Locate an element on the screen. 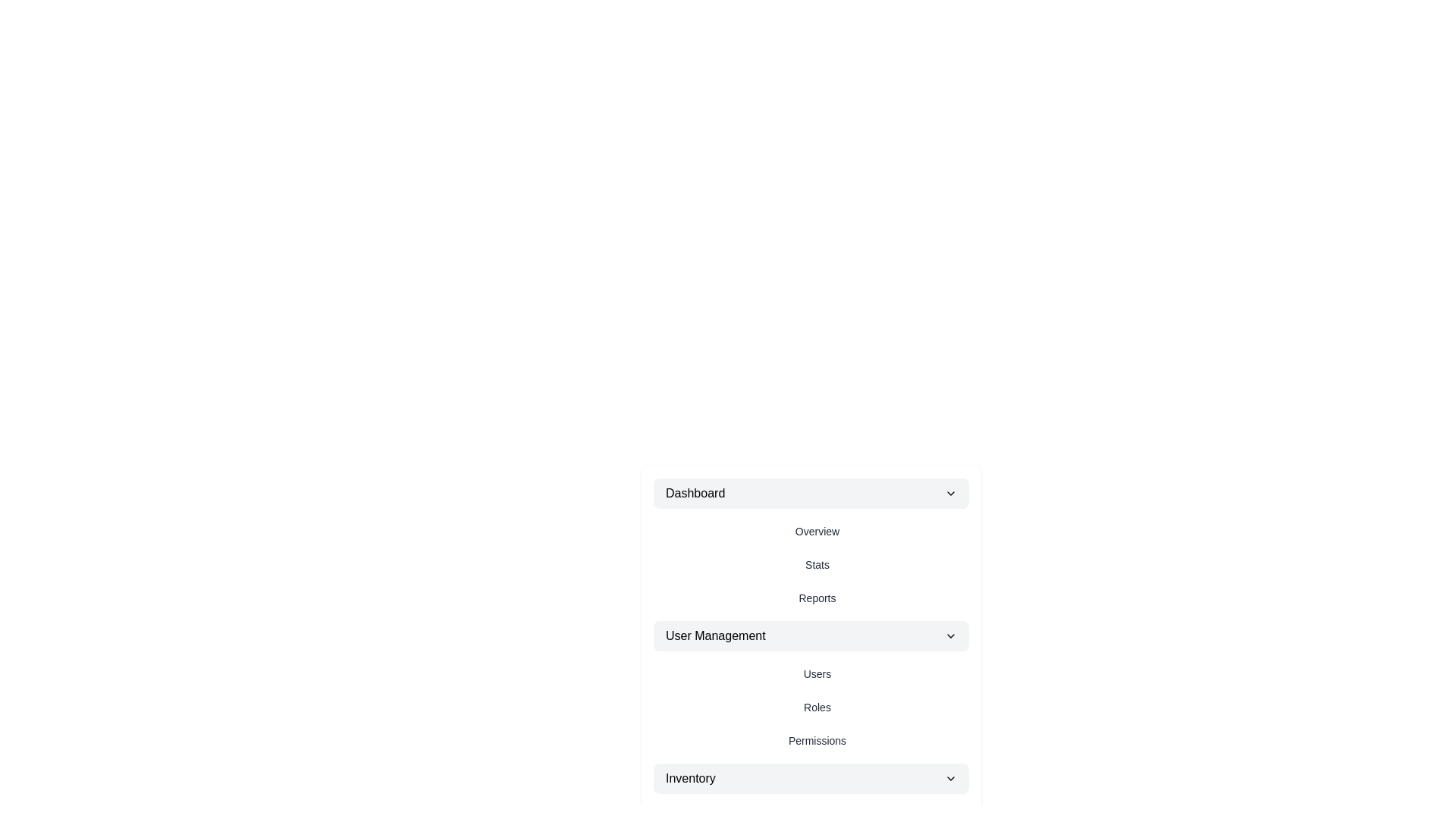 The image size is (1456, 819). the menu item Users from the StyledMenu is located at coordinates (817, 673).